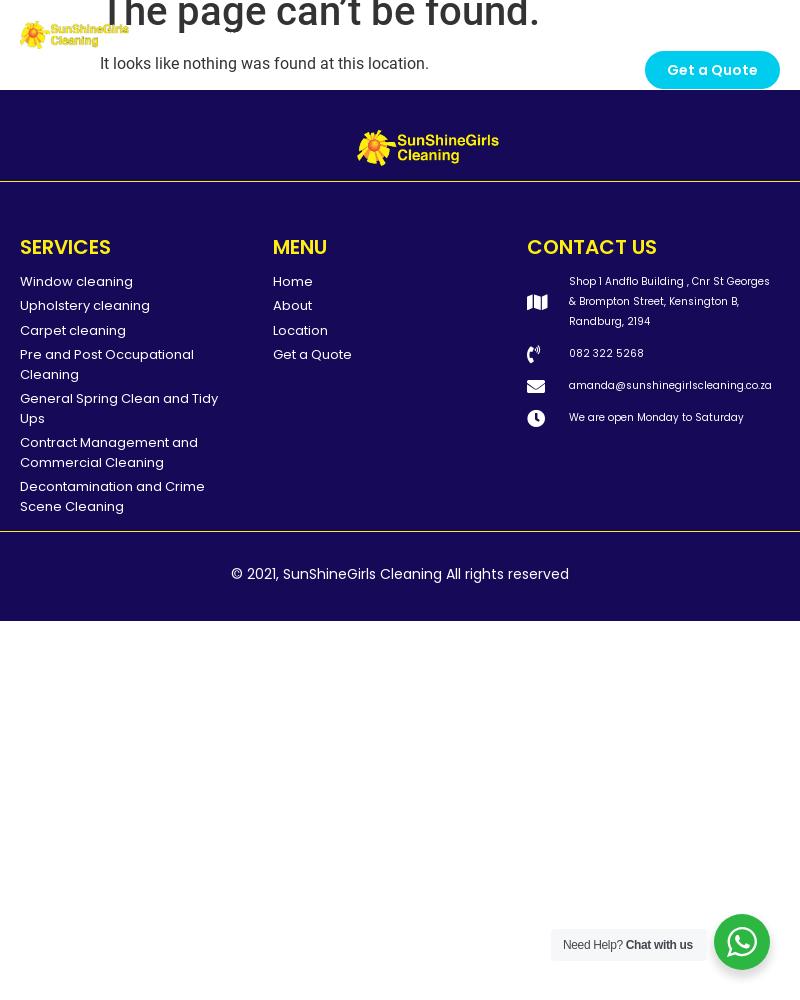  I want to click on 'Shop 1 Andflo Building , Cnr St Georges & Brompton Street, Kensington B, Randburg, 2194', so click(669, 300).